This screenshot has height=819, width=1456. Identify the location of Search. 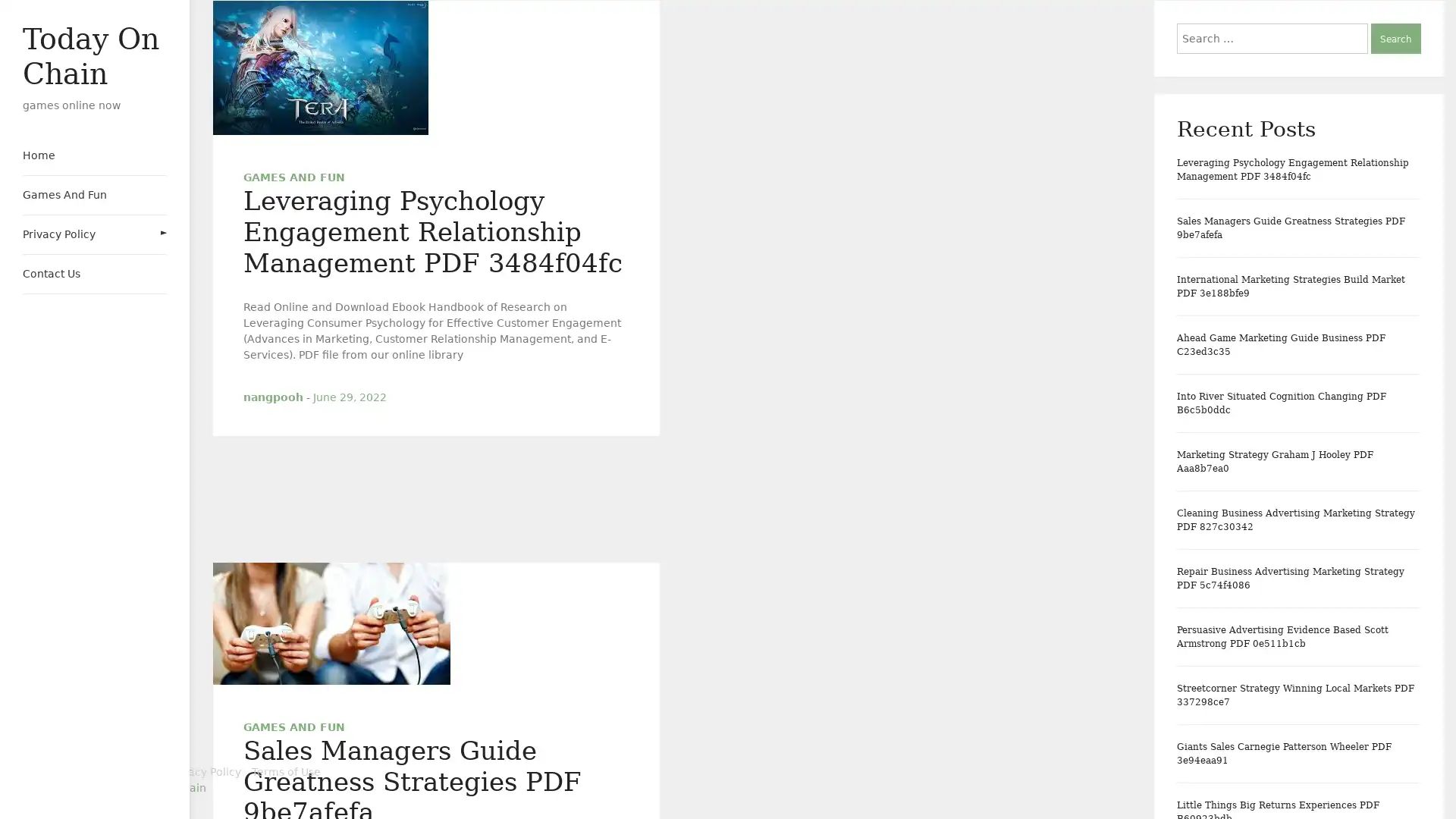
(1395, 37).